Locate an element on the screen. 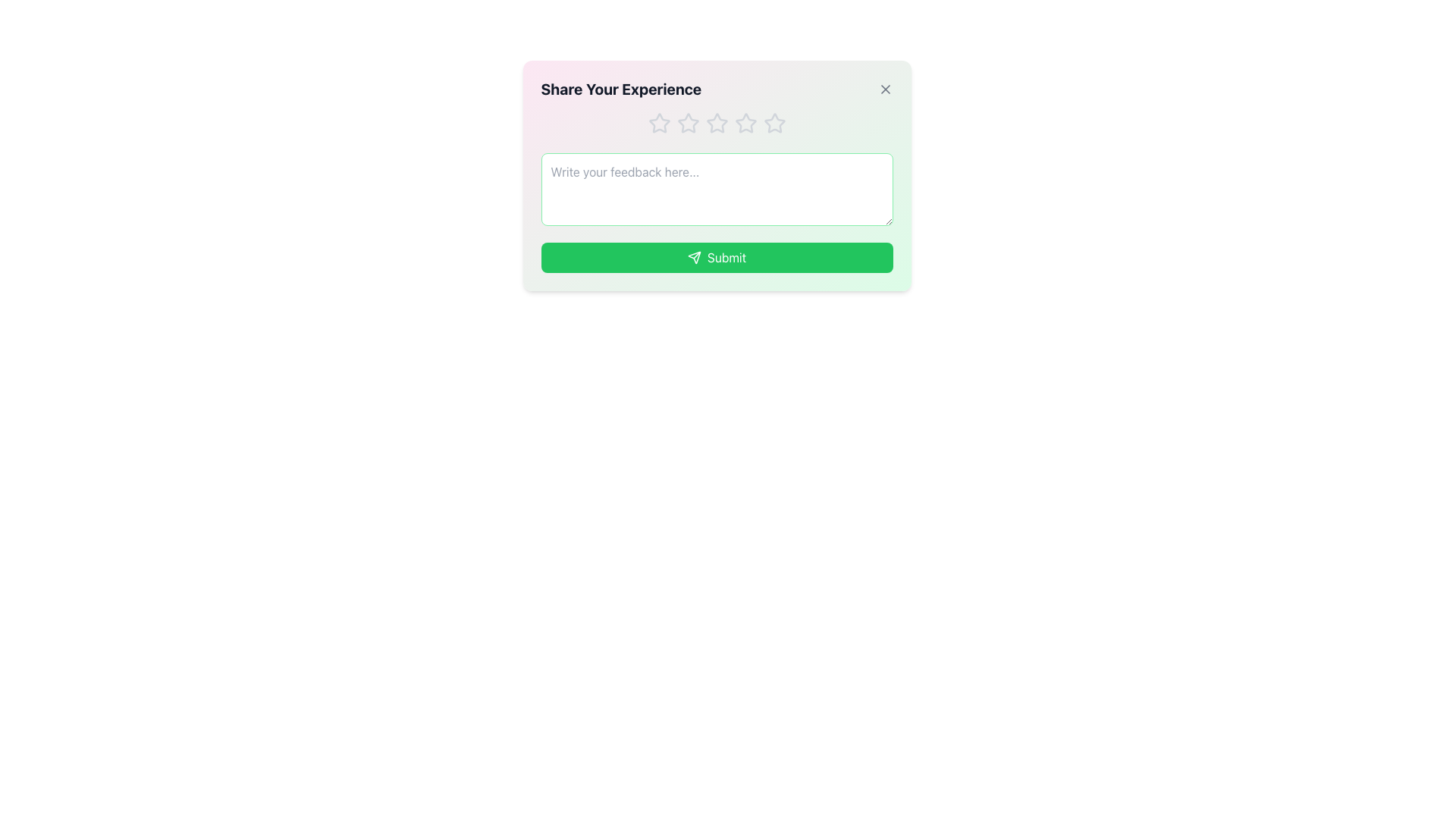  the close button represented as a small cross ('X') icon located in the upper-right corner of the card titled 'Share Your Experience' is located at coordinates (885, 89).